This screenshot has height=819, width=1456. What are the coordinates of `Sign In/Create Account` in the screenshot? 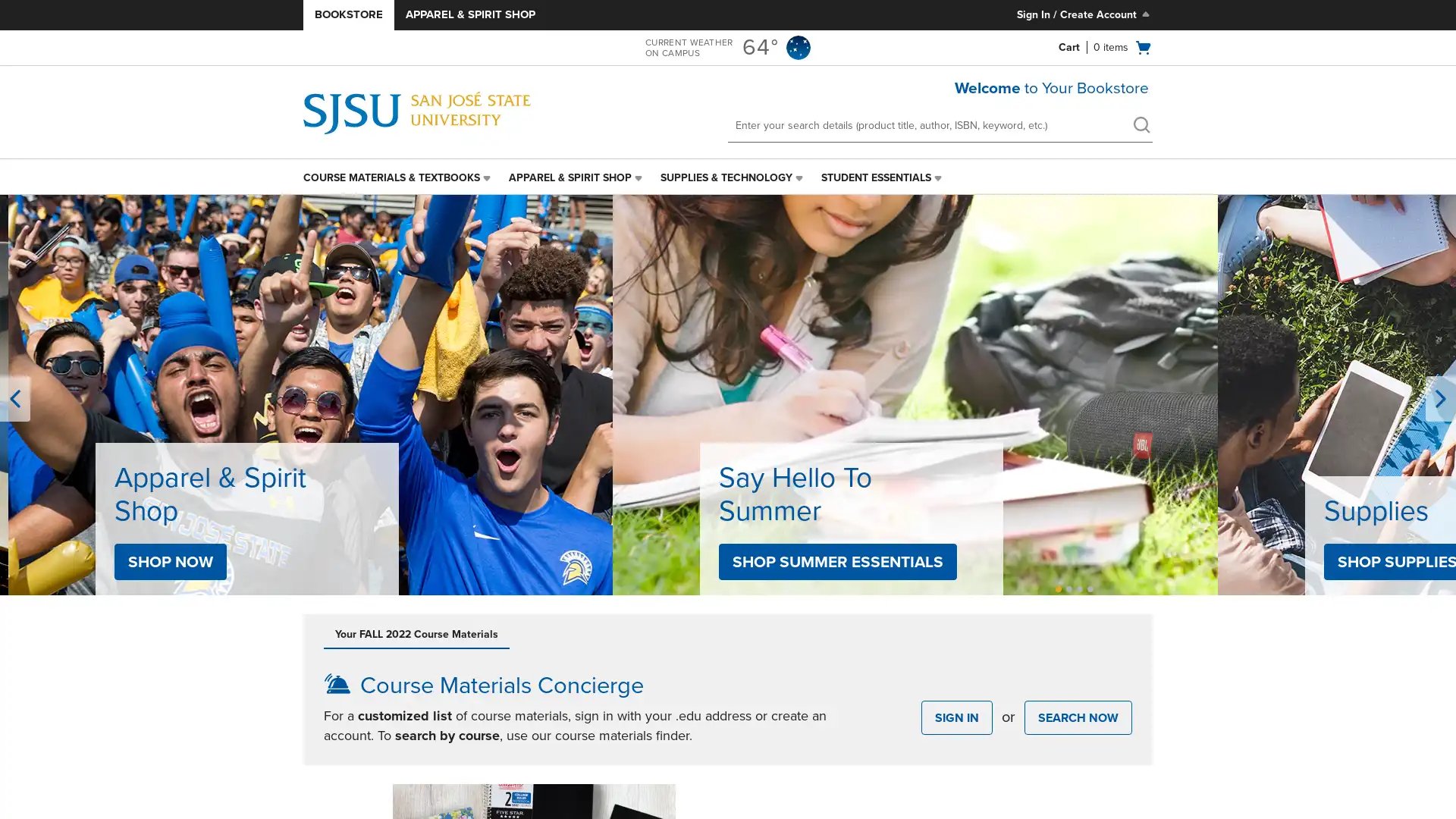 It's located at (1084, 14).